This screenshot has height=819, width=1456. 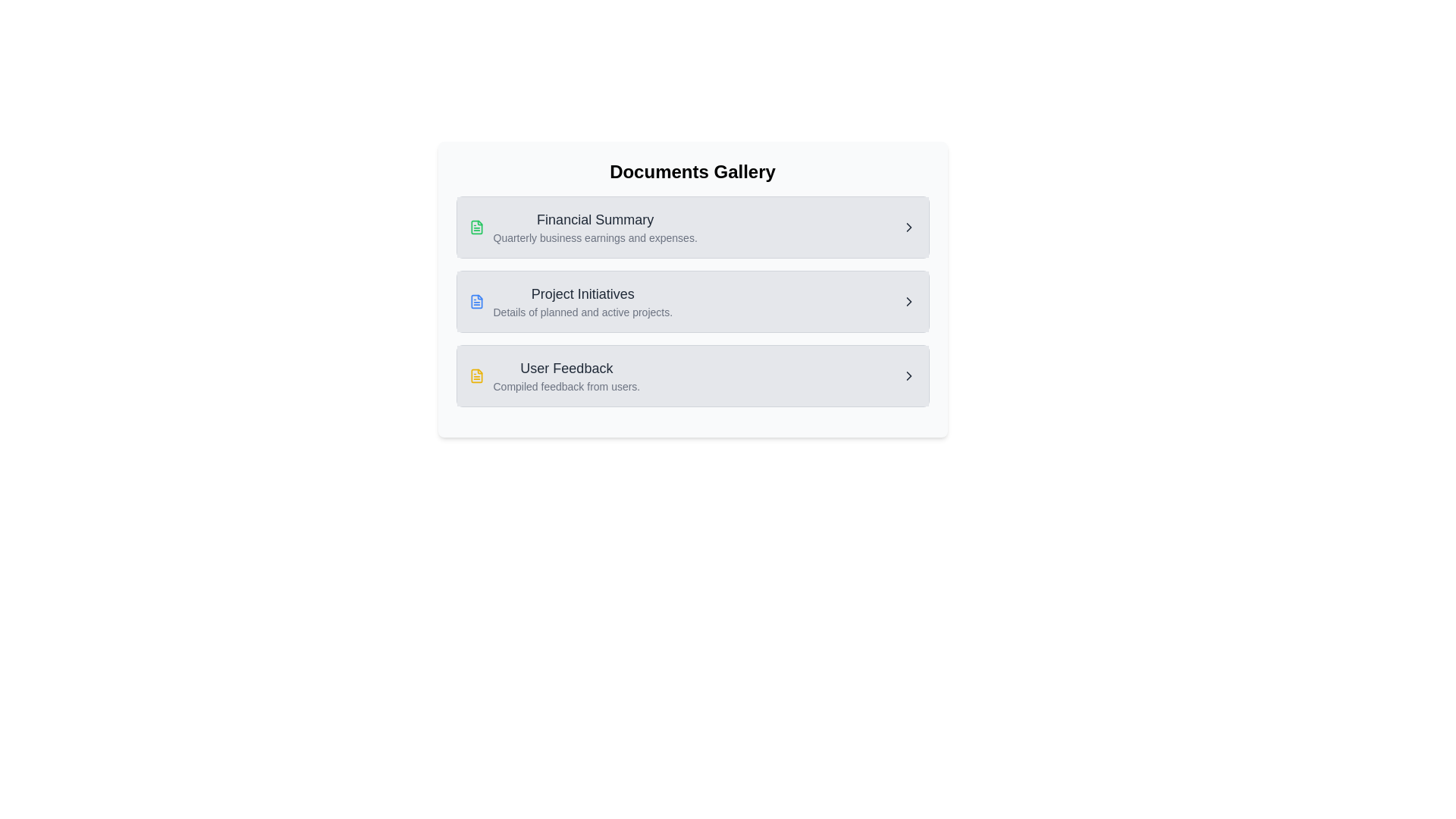 I want to click on the informational subtitle located directly below the 'Project Initiatives' heading in the middle section of the interface, so click(x=582, y=312).